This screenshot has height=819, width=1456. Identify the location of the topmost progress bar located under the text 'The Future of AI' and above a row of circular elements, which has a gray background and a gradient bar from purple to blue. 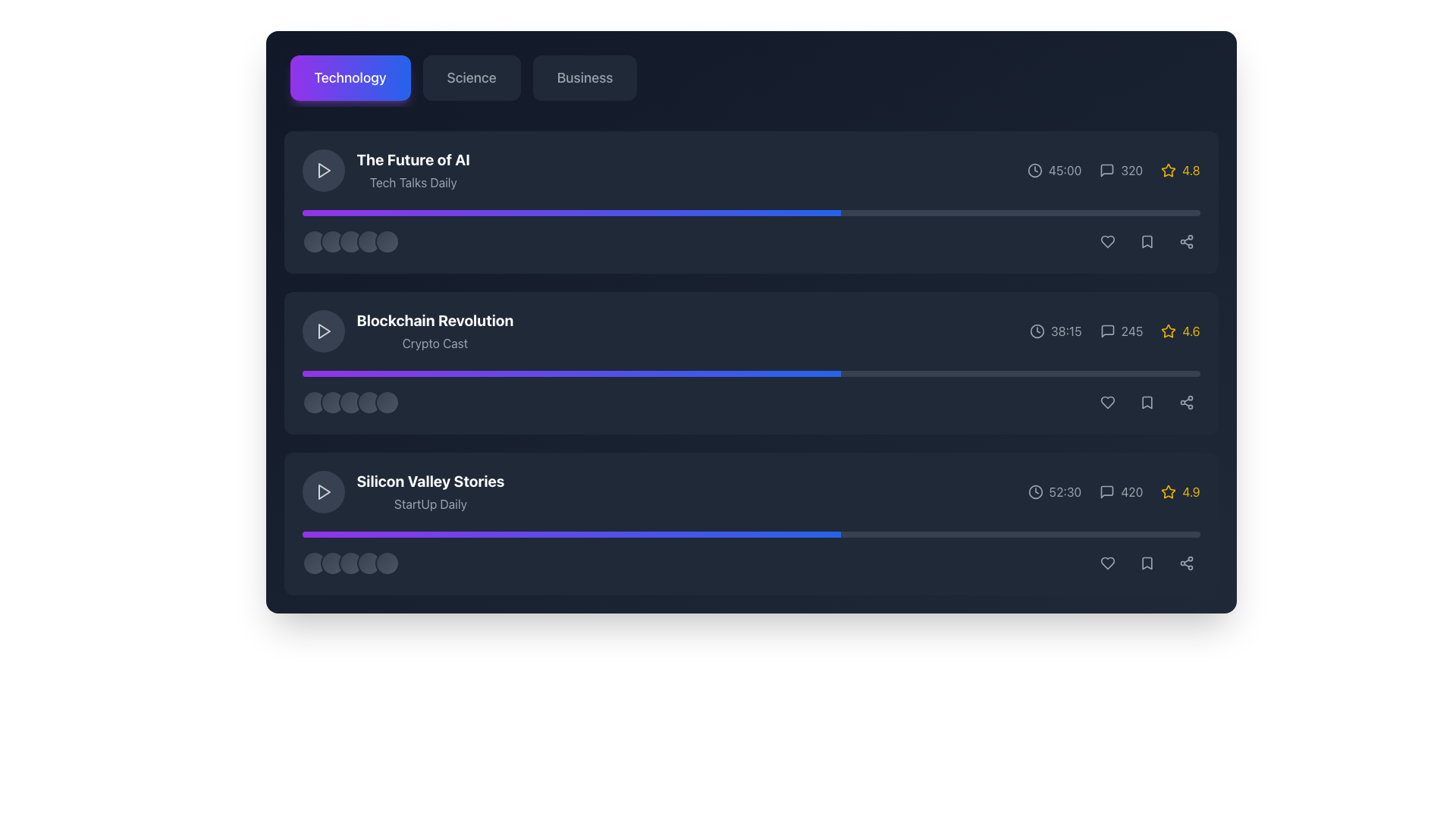
(751, 213).